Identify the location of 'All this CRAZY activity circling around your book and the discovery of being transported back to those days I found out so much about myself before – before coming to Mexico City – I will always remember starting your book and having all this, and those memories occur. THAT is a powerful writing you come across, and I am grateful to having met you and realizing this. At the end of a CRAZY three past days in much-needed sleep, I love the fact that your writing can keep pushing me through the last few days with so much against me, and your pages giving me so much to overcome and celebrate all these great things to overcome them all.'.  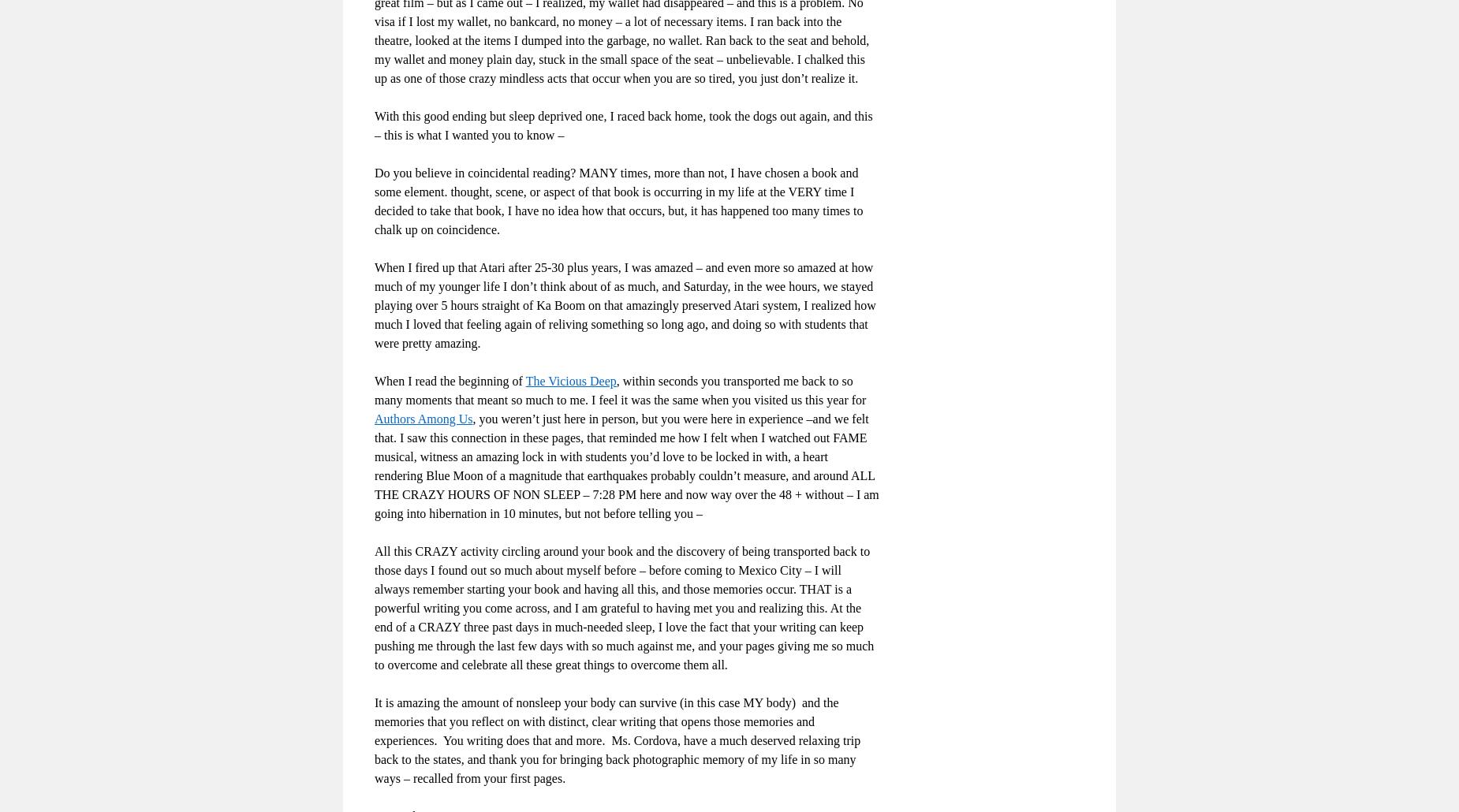
(624, 607).